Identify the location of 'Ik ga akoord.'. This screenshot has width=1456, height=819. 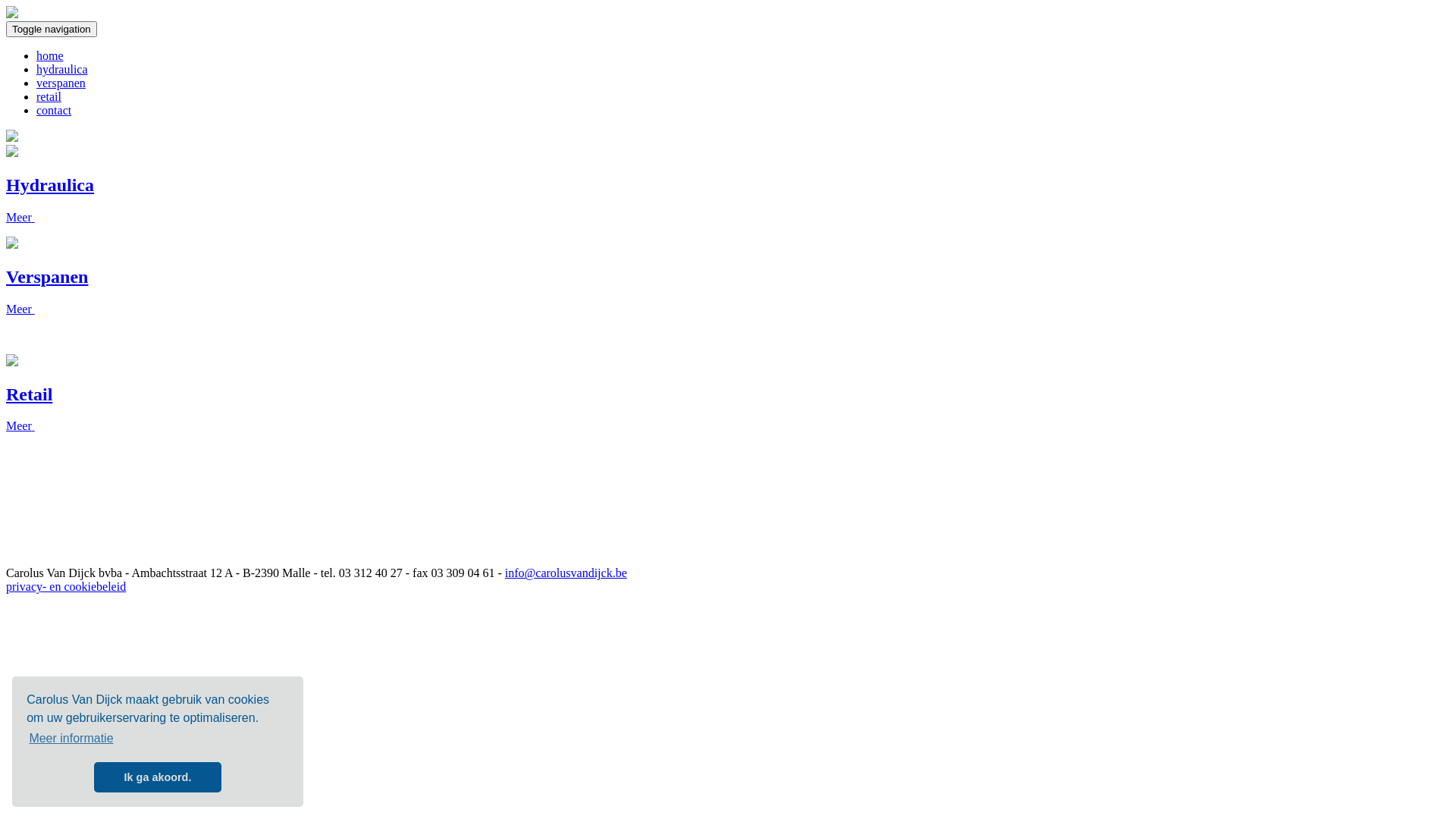
(93, 777).